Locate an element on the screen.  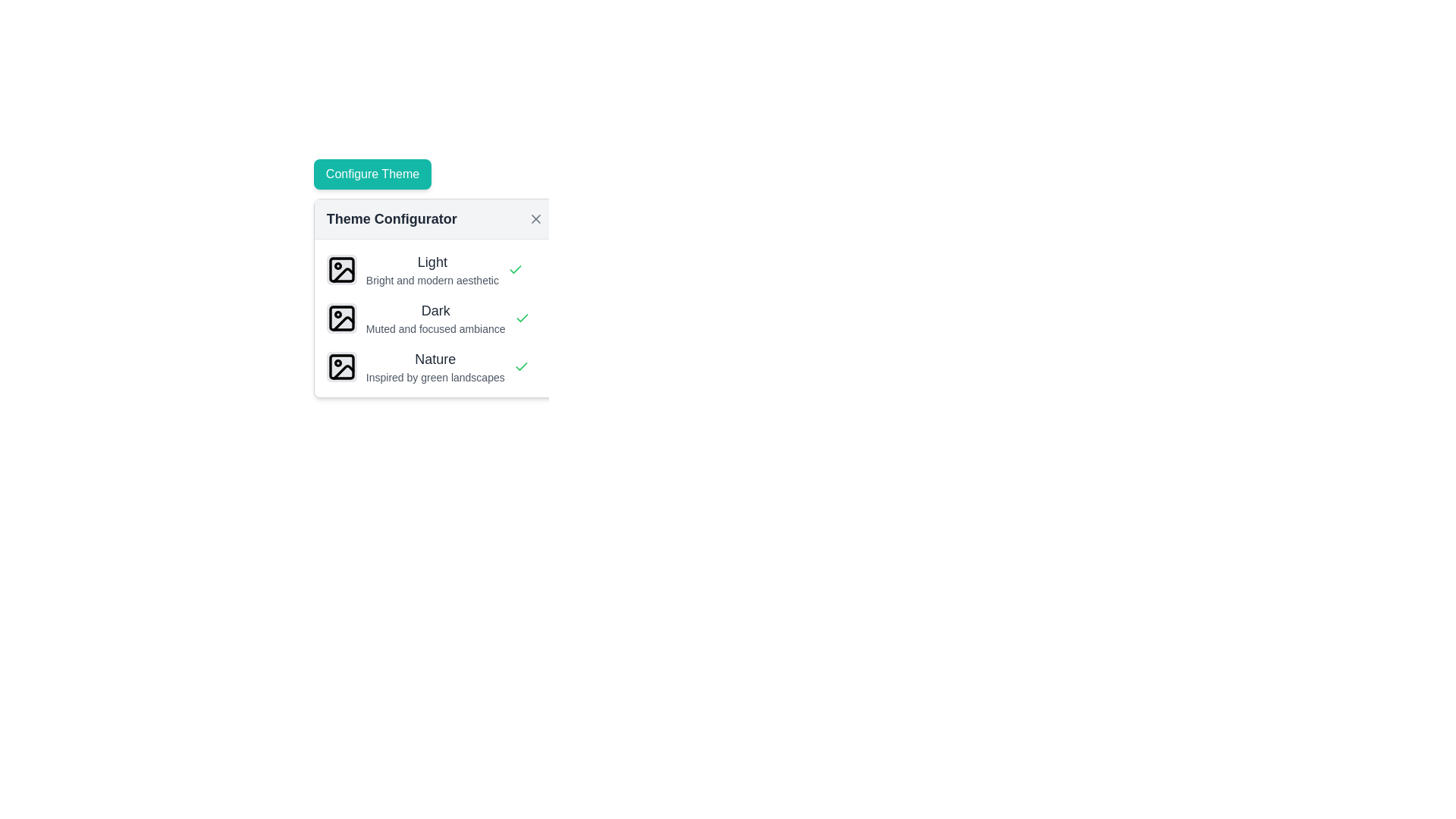
the small decorative 'X' button located in the top-right corner of the 'Theme Configurator' header section is located at coordinates (535, 219).